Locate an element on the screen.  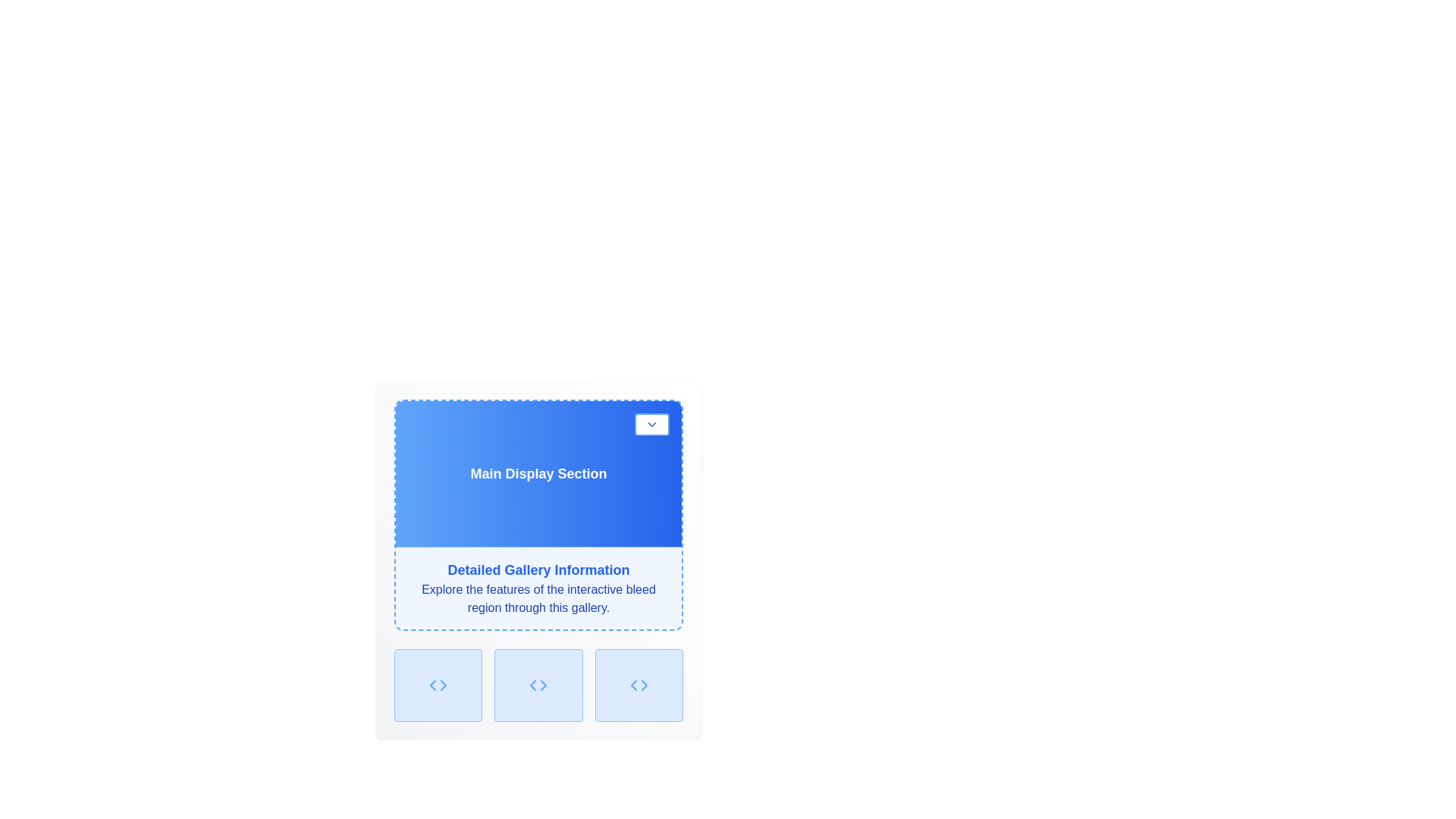
the interactive grid cell with an icon located is located at coordinates (538, 685).